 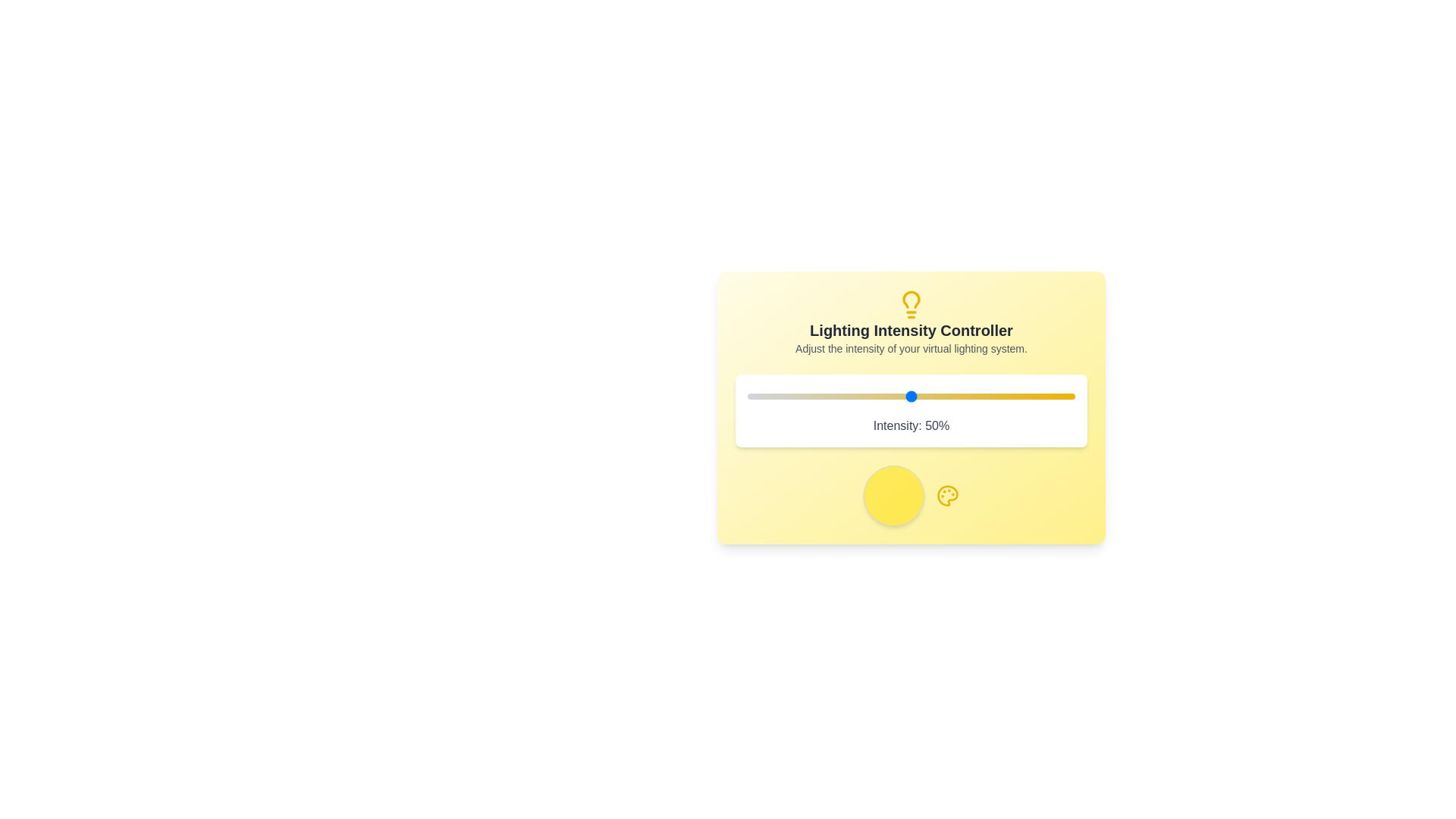 I want to click on the slider to set the lighting intensity to 90%, so click(x=1041, y=396).